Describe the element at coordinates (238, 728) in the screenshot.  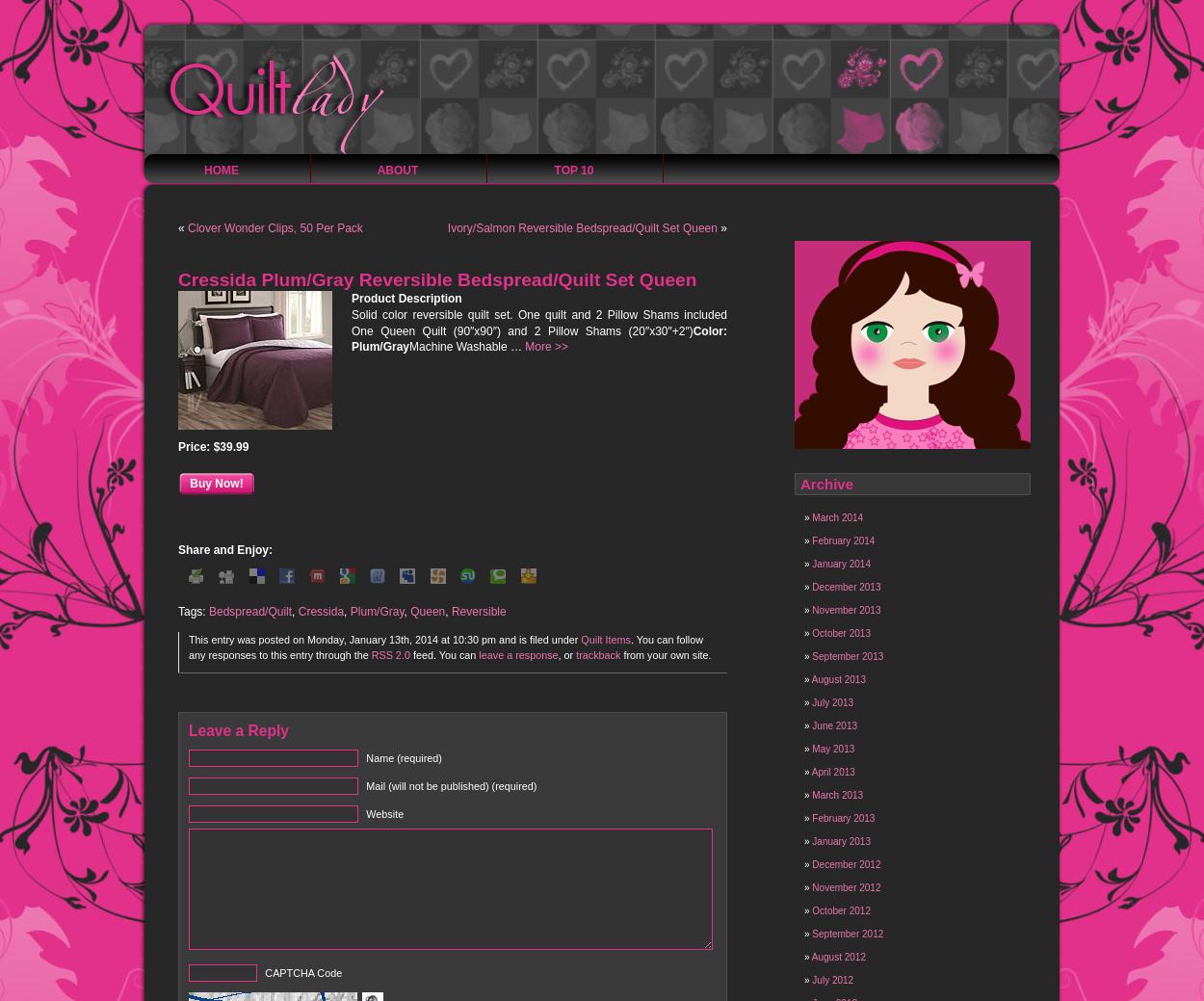
I see `'Leave a Reply'` at that location.